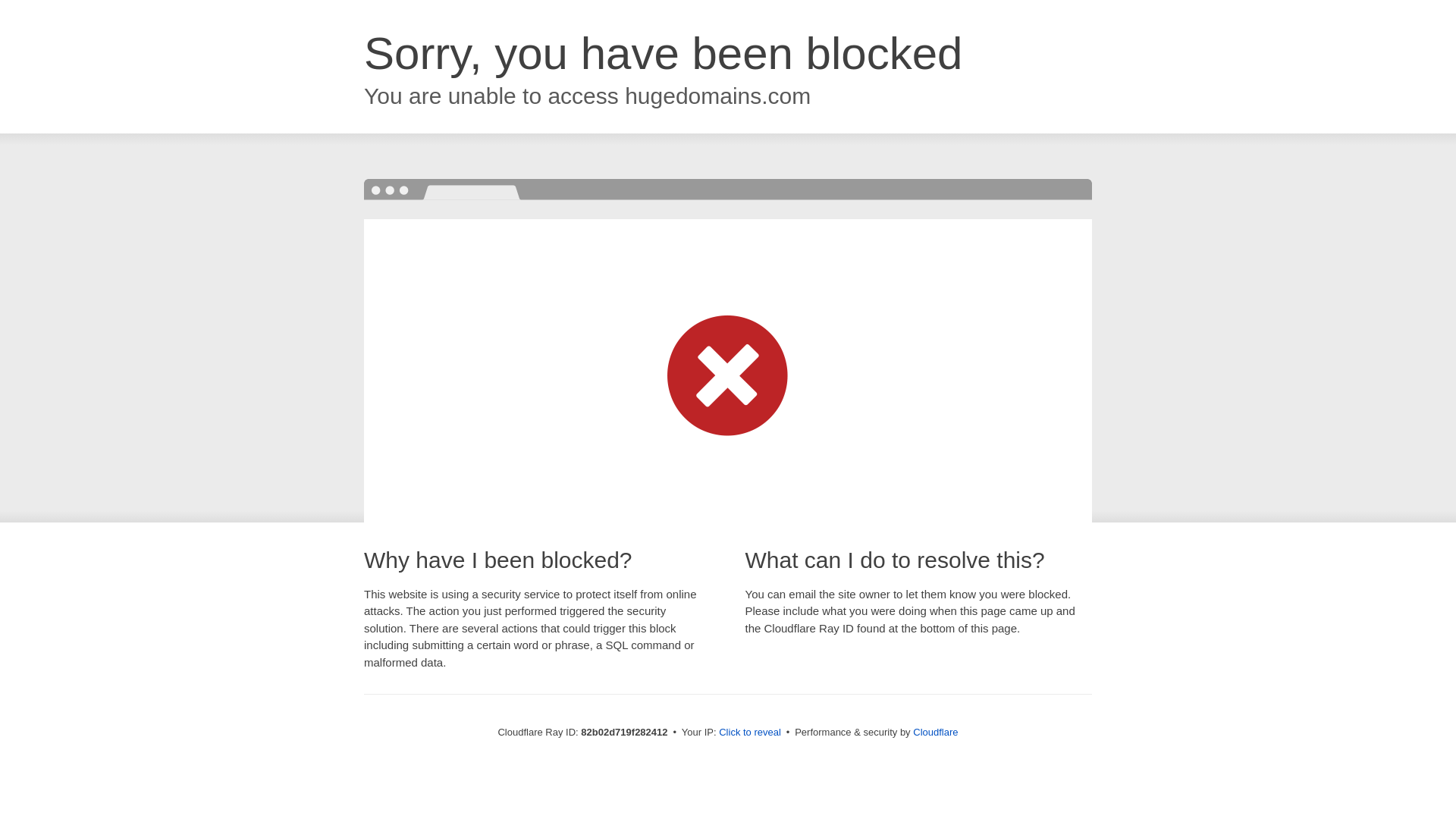 The width and height of the screenshot is (1456, 819). Describe the element at coordinates (912, 731) in the screenshot. I see `'Cloudflare'` at that location.